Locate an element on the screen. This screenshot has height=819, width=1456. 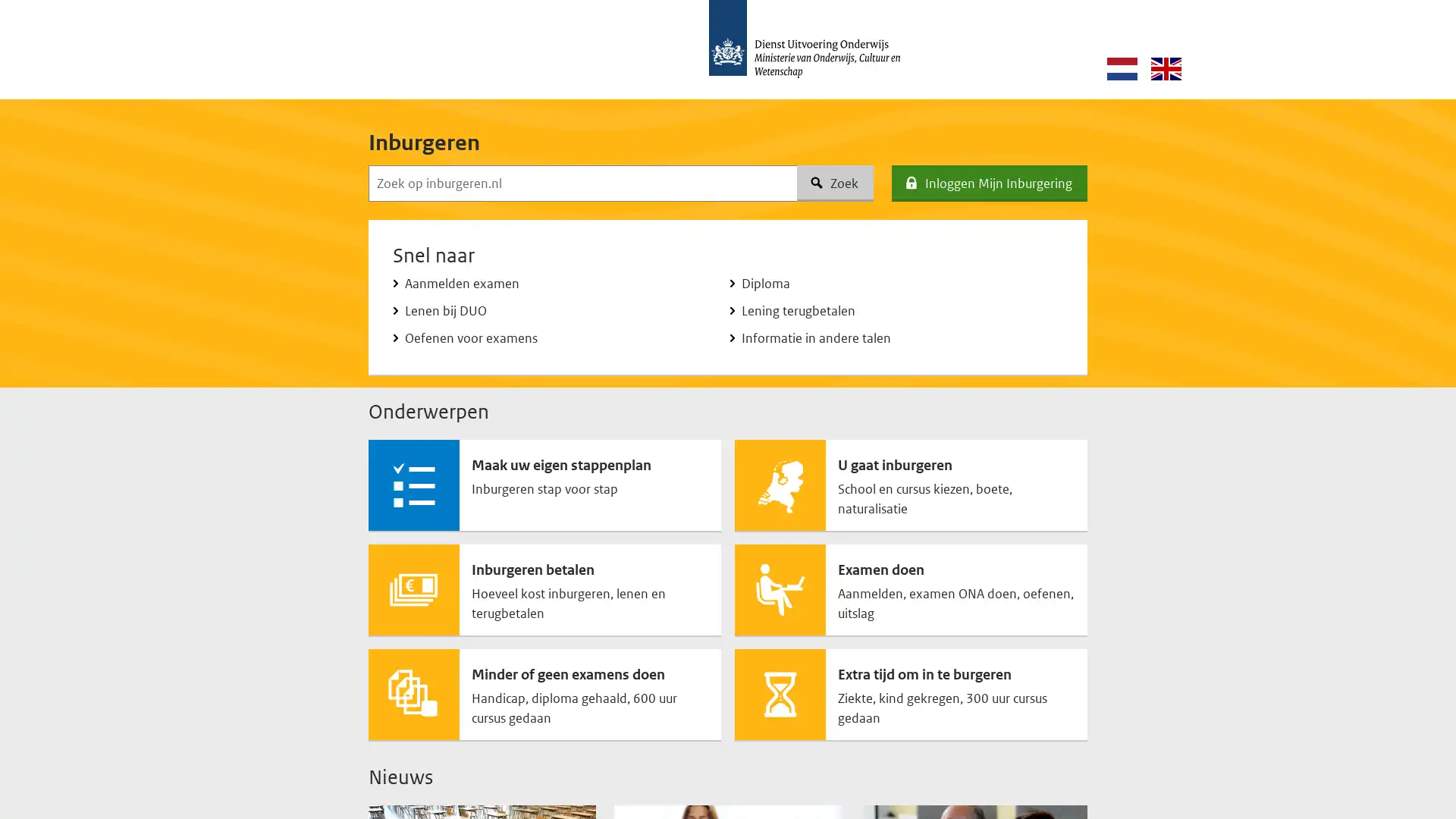
Inloggen Mijn Inburgering is located at coordinates (990, 183).